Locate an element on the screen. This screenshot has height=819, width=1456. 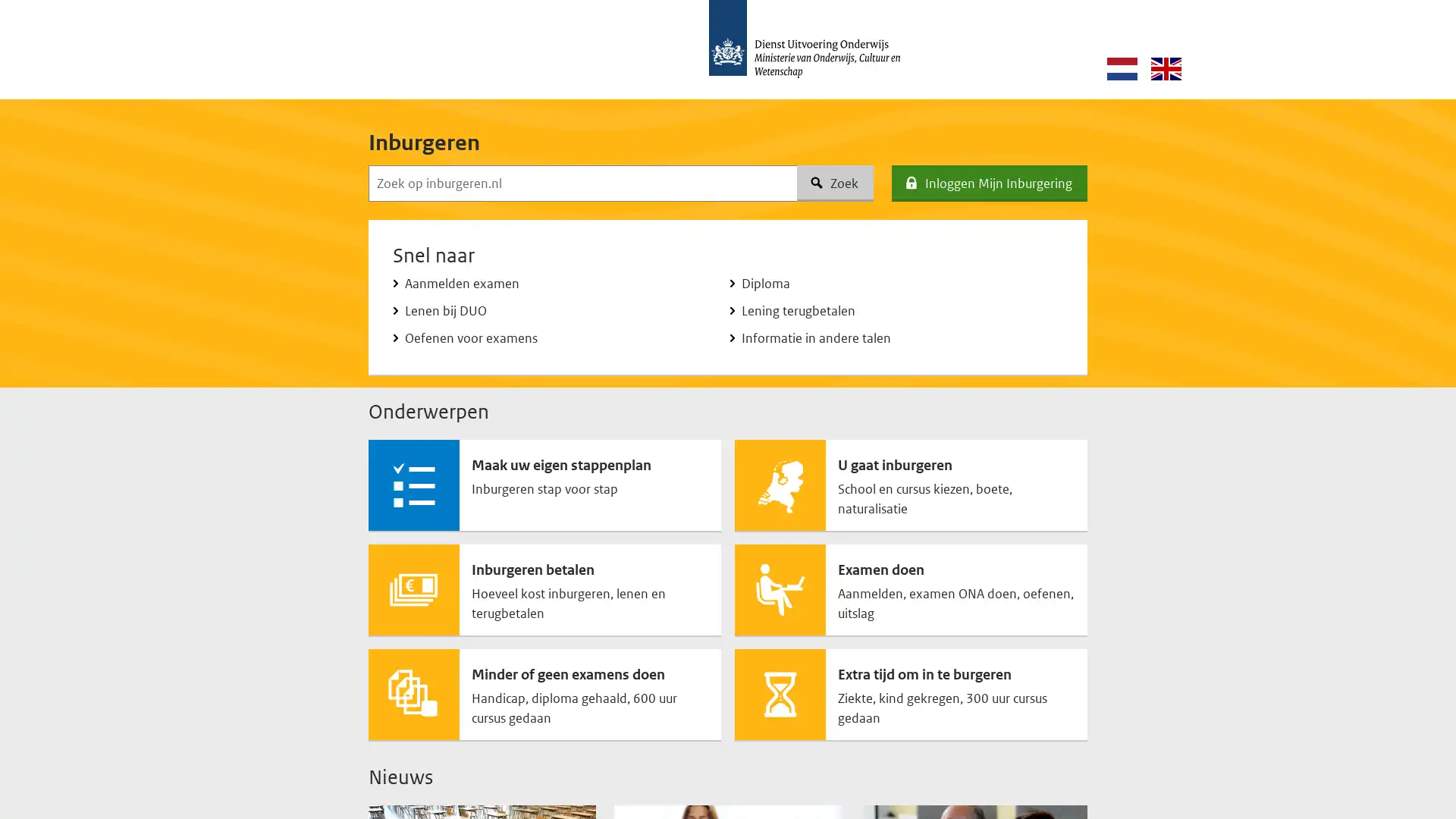
Inloggen Mijn Inburgering is located at coordinates (990, 183).